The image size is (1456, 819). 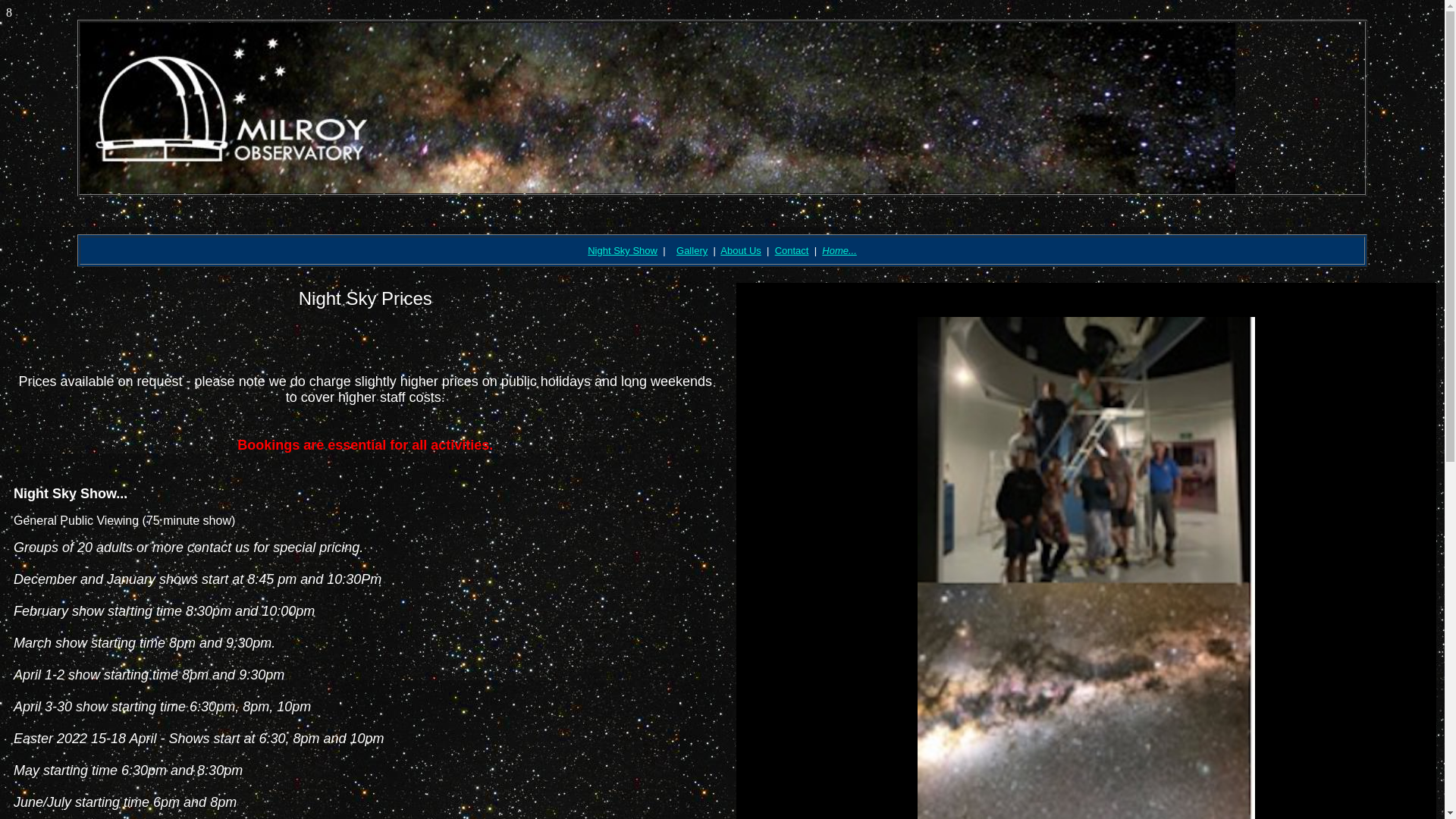 I want to click on 'Gallery', so click(x=691, y=249).